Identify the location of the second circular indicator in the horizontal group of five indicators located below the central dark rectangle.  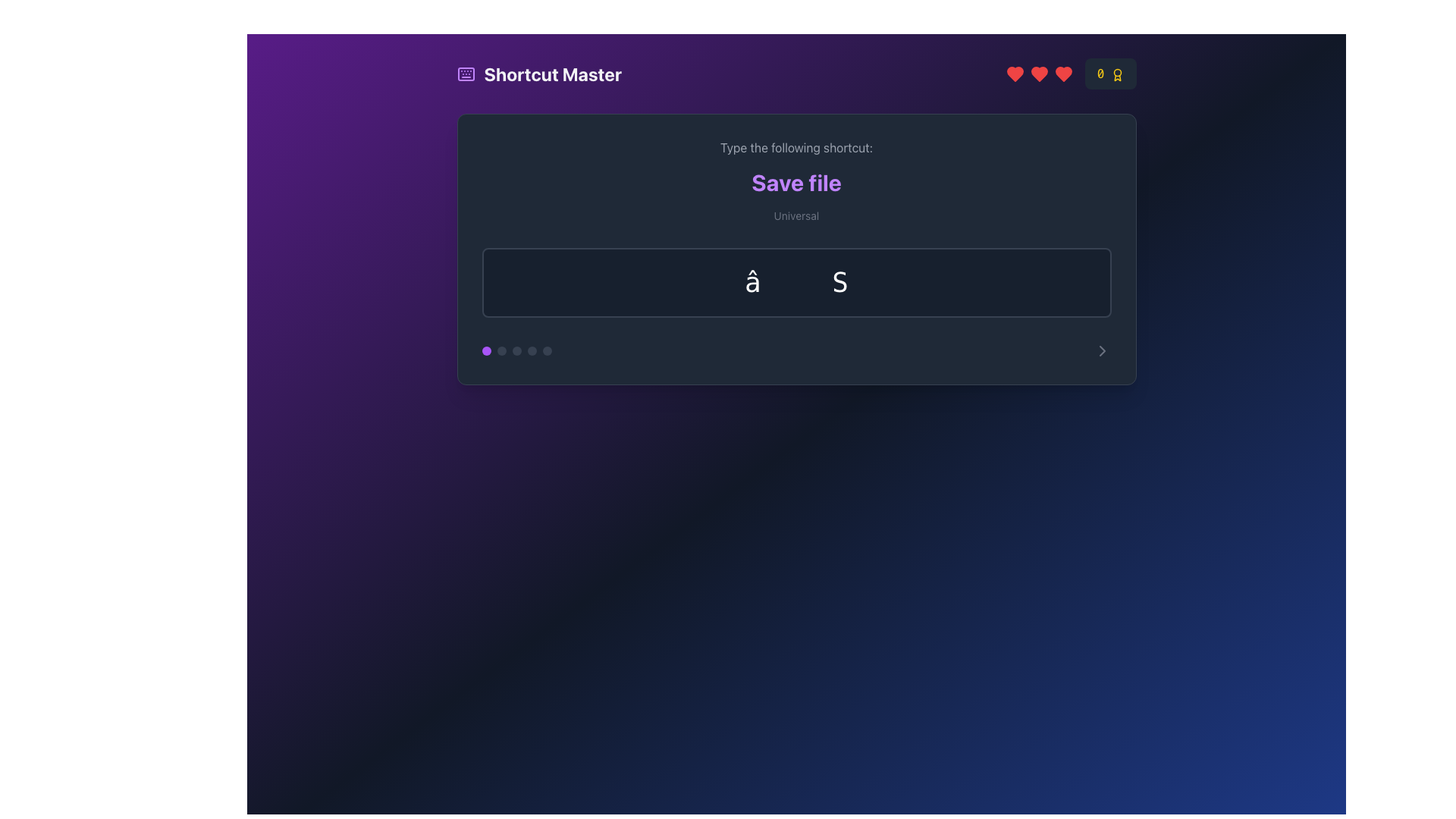
(501, 350).